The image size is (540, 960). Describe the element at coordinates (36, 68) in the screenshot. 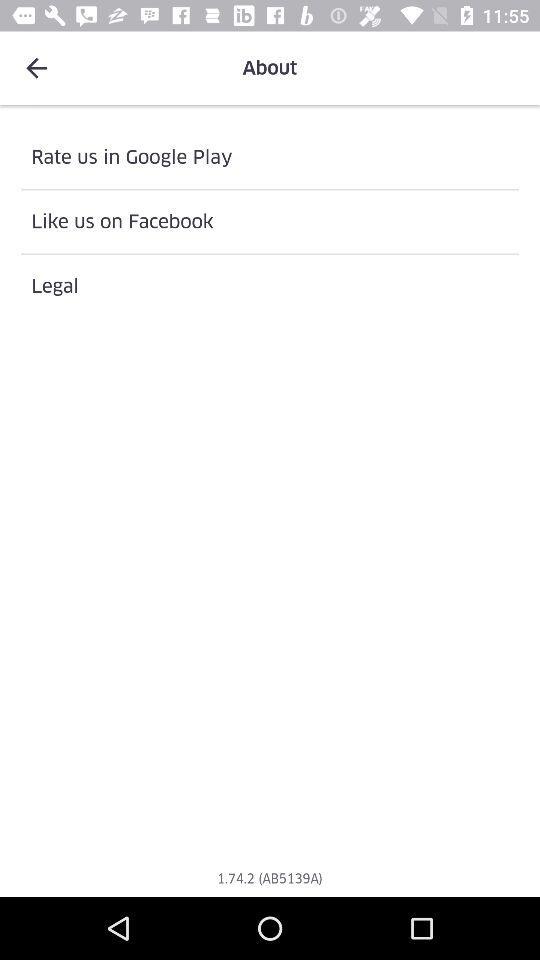

I see `icon next to the about` at that location.